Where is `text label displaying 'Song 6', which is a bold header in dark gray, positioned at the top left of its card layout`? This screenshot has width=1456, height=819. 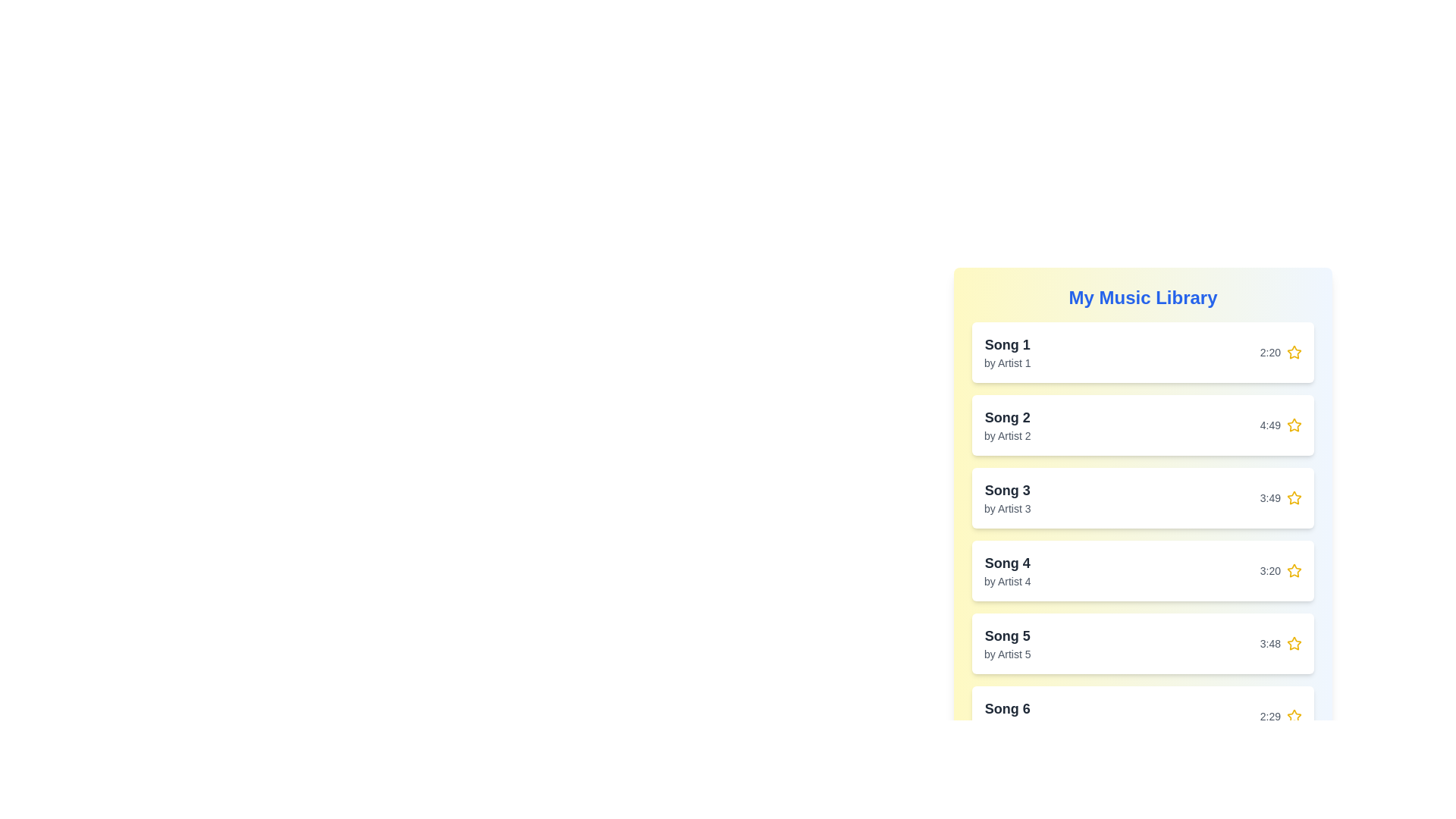
text label displaying 'Song 6', which is a bold header in dark gray, positioned at the top left of its card layout is located at coordinates (1007, 708).